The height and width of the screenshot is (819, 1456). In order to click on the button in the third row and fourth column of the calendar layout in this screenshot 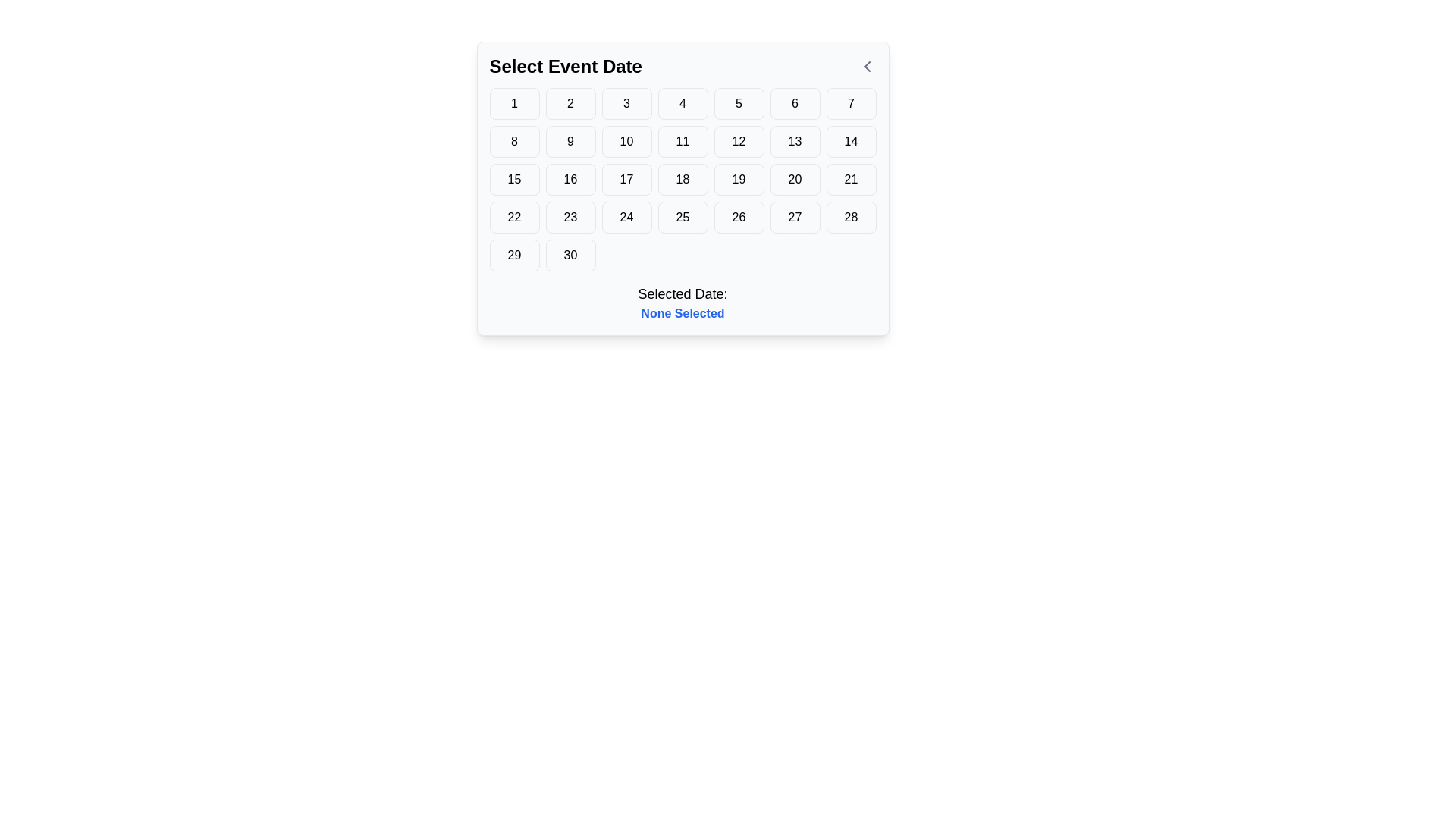, I will do `click(682, 178)`.